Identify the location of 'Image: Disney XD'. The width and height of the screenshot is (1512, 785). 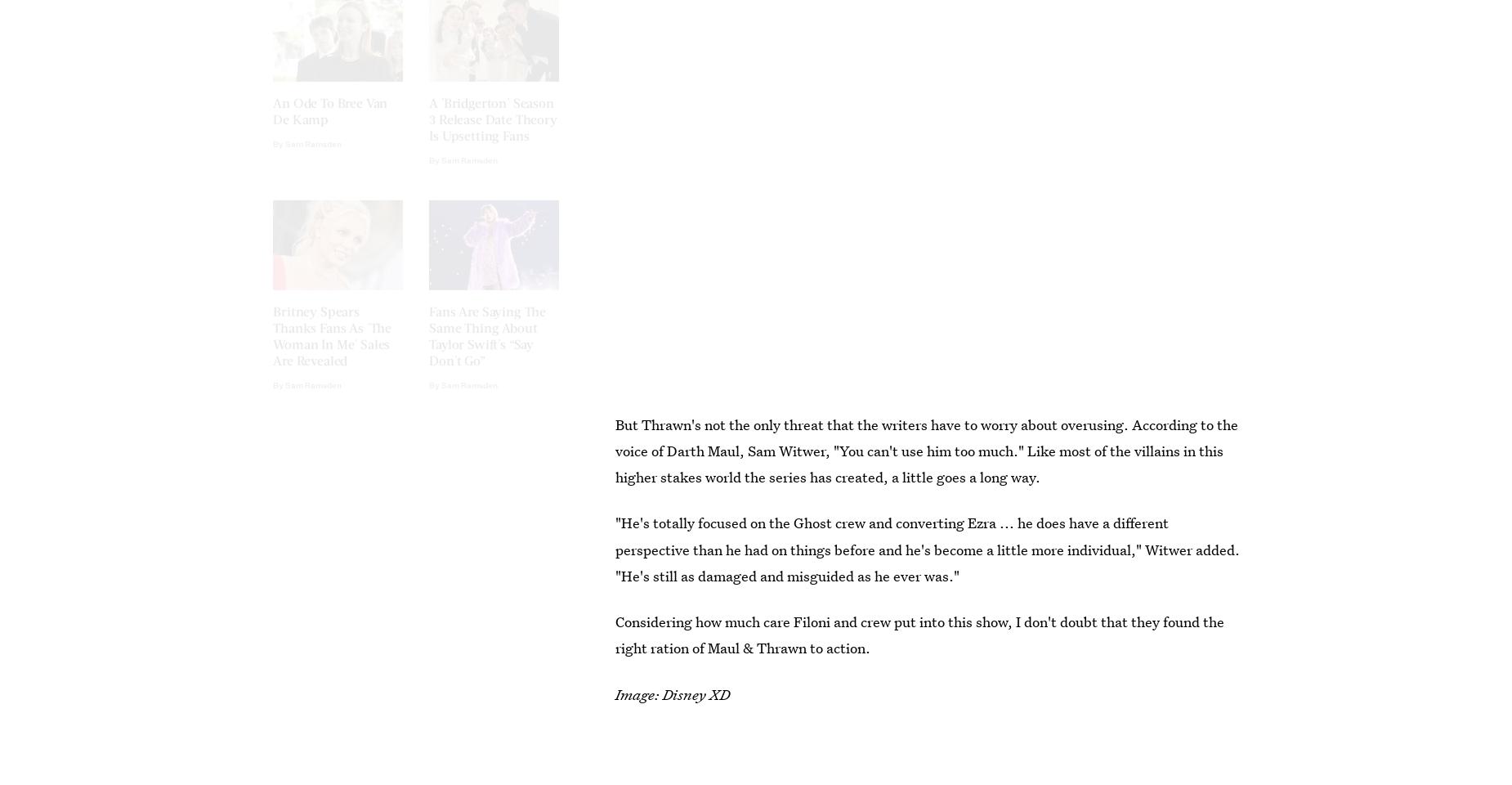
(615, 693).